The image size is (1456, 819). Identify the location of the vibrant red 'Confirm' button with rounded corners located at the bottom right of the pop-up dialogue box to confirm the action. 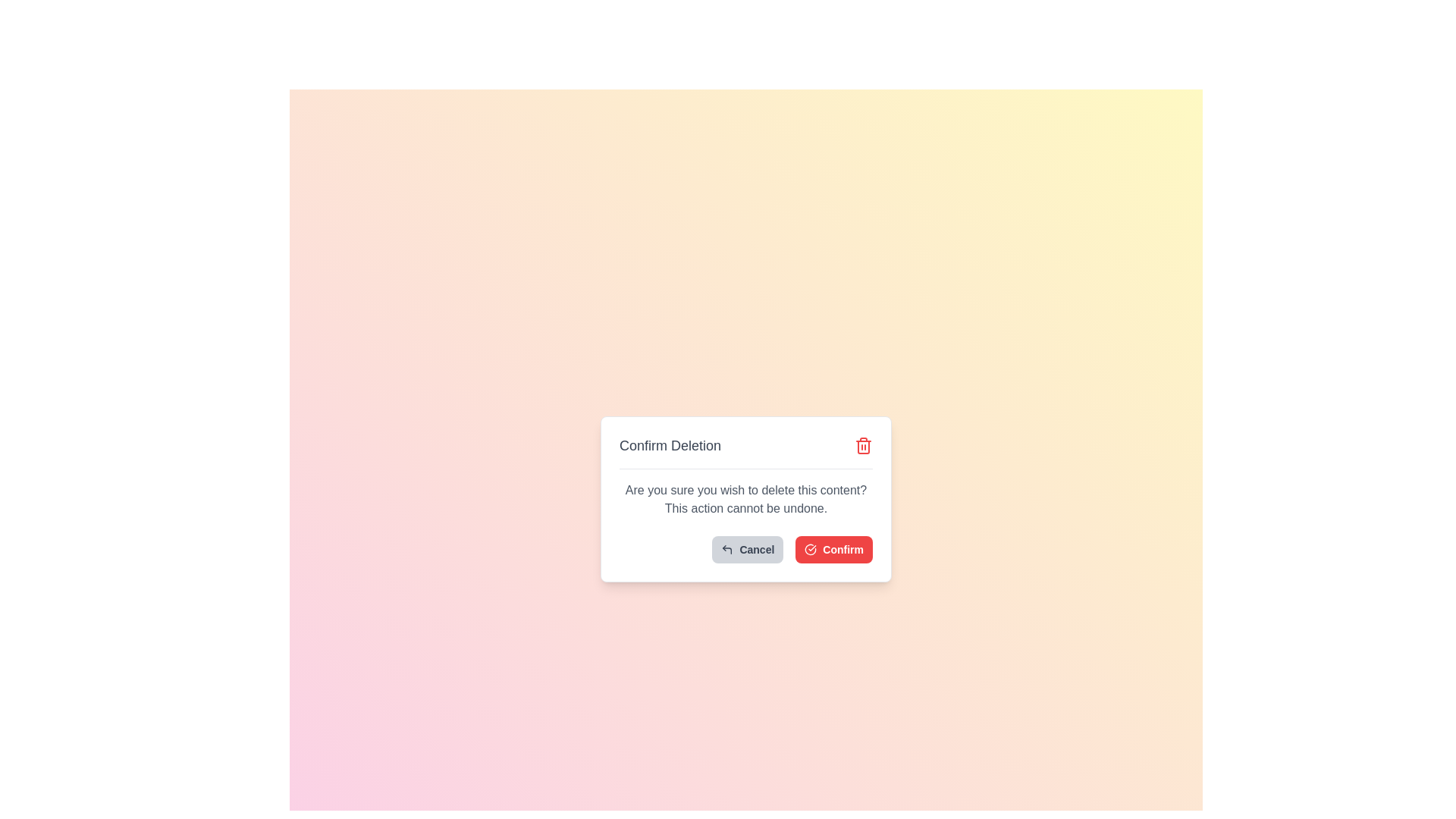
(833, 549).